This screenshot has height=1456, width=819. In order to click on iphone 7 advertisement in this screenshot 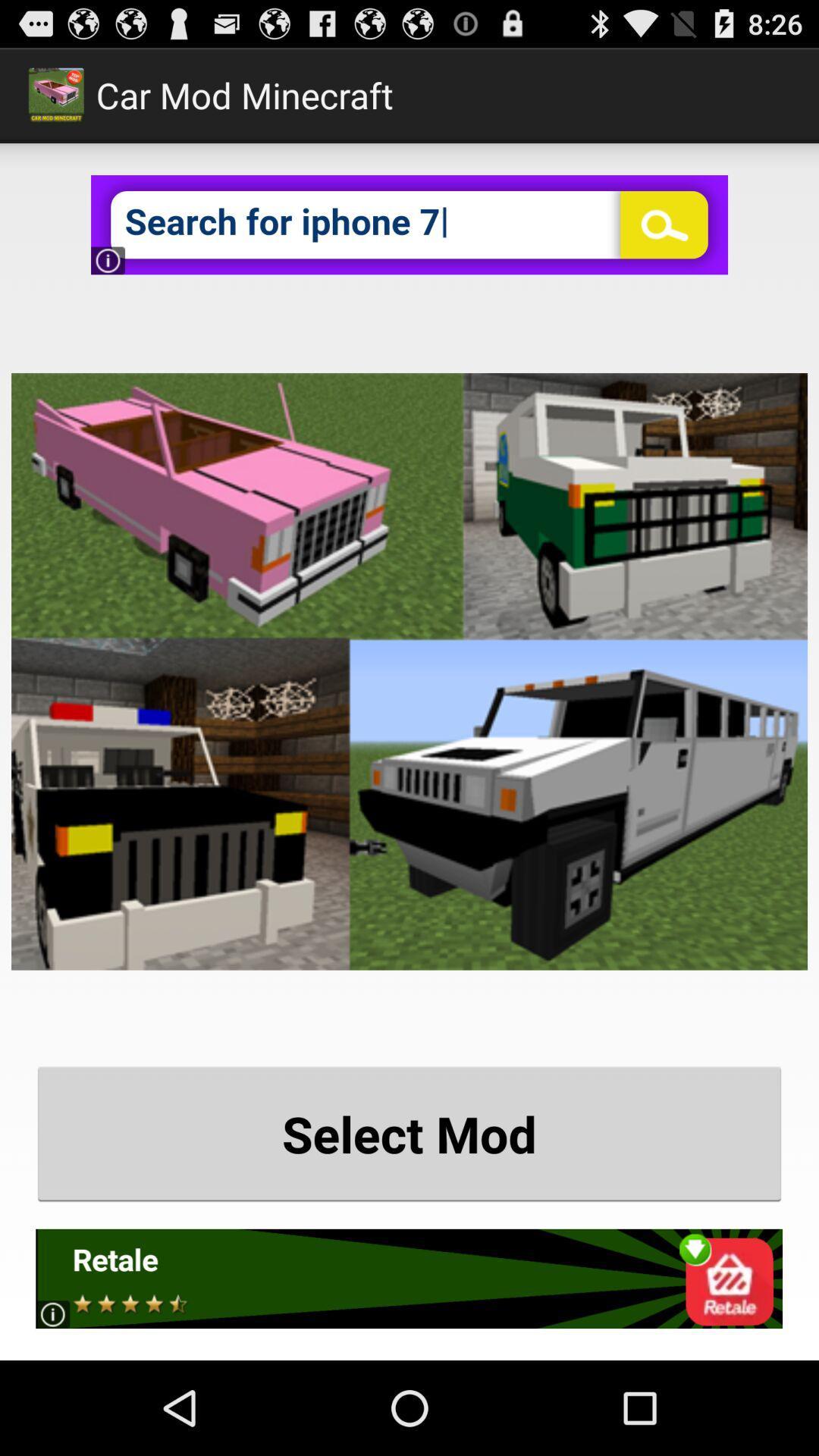, I will do `click(409, 224)`.